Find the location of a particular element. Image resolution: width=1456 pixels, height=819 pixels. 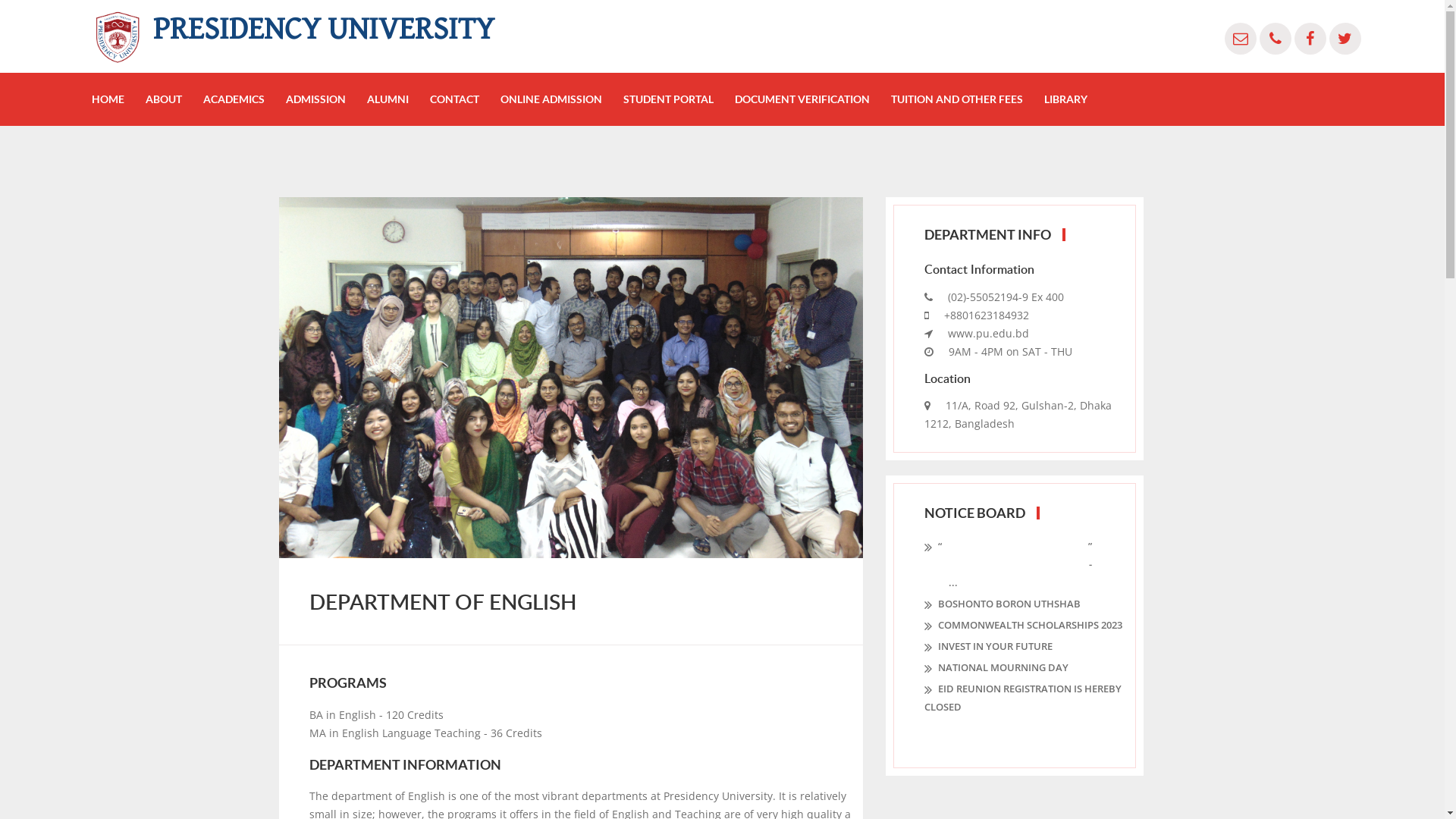

'DOCUMENT VERIFICATION' is located at coordinates (801, 99).